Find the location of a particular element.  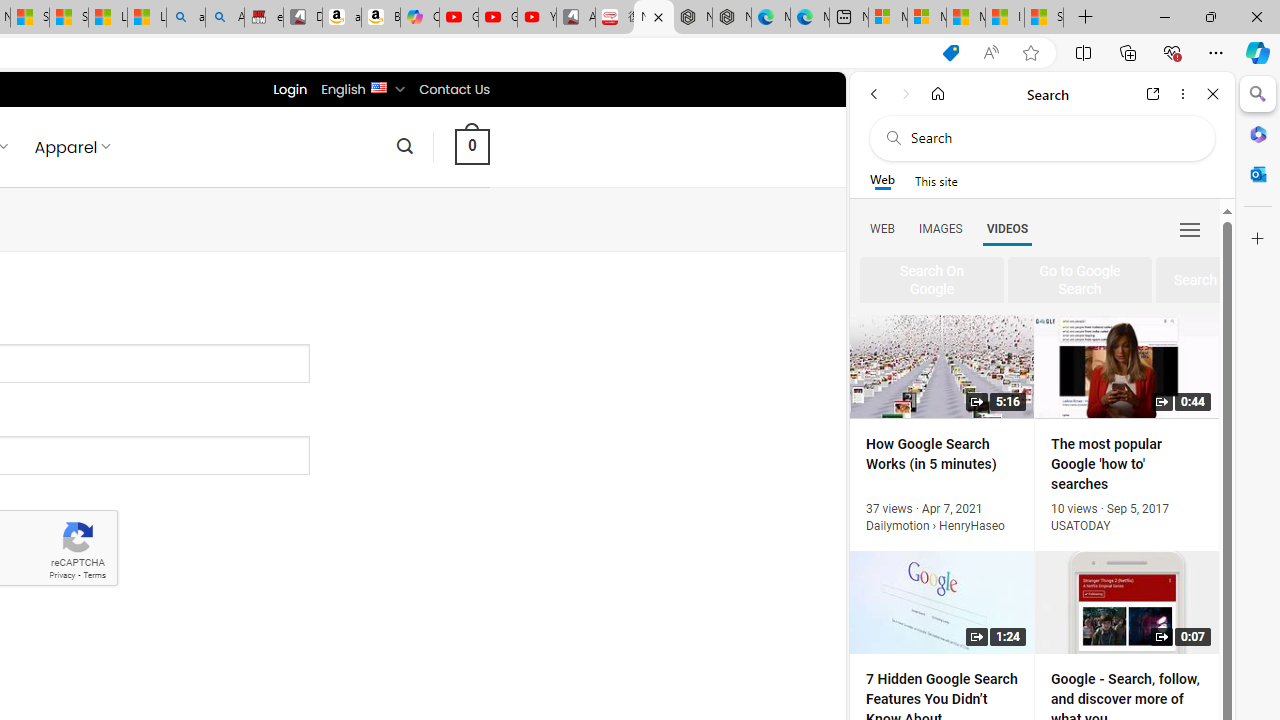

'  0  ' is located at coordinates (471, 145).